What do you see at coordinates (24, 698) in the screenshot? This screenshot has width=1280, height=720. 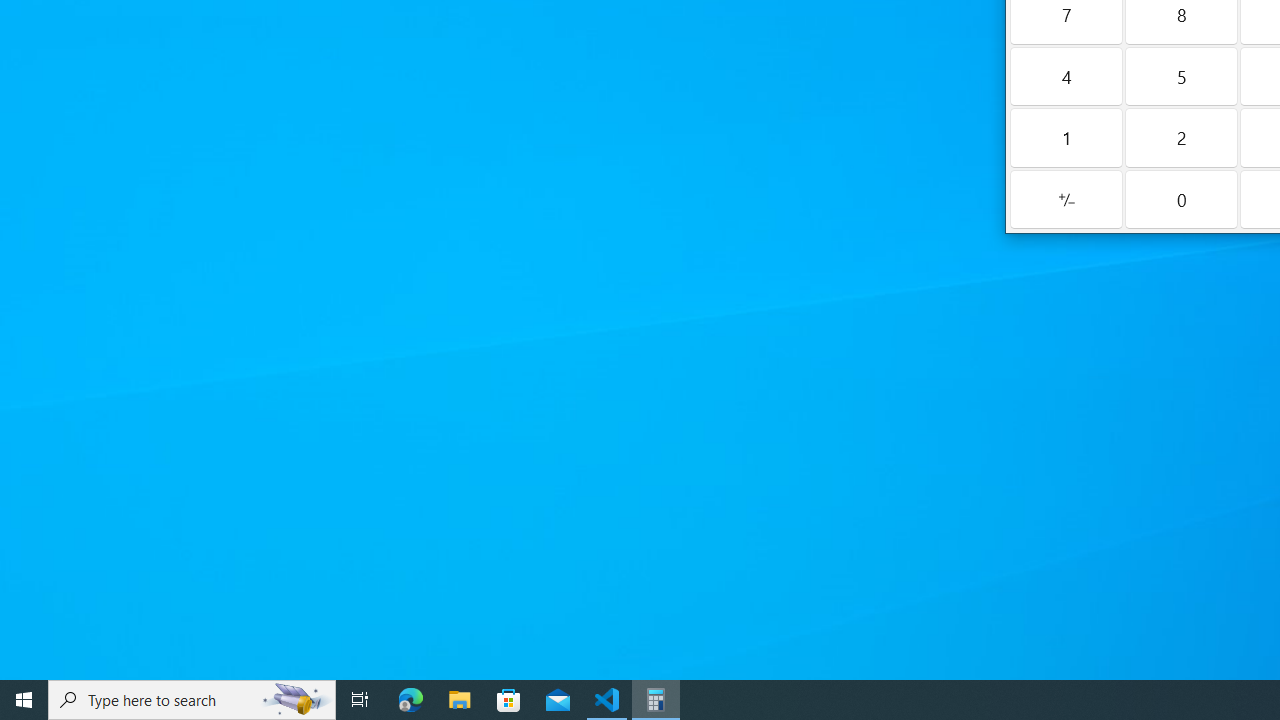 I see `'Start'` at bounding box center [24, 698].